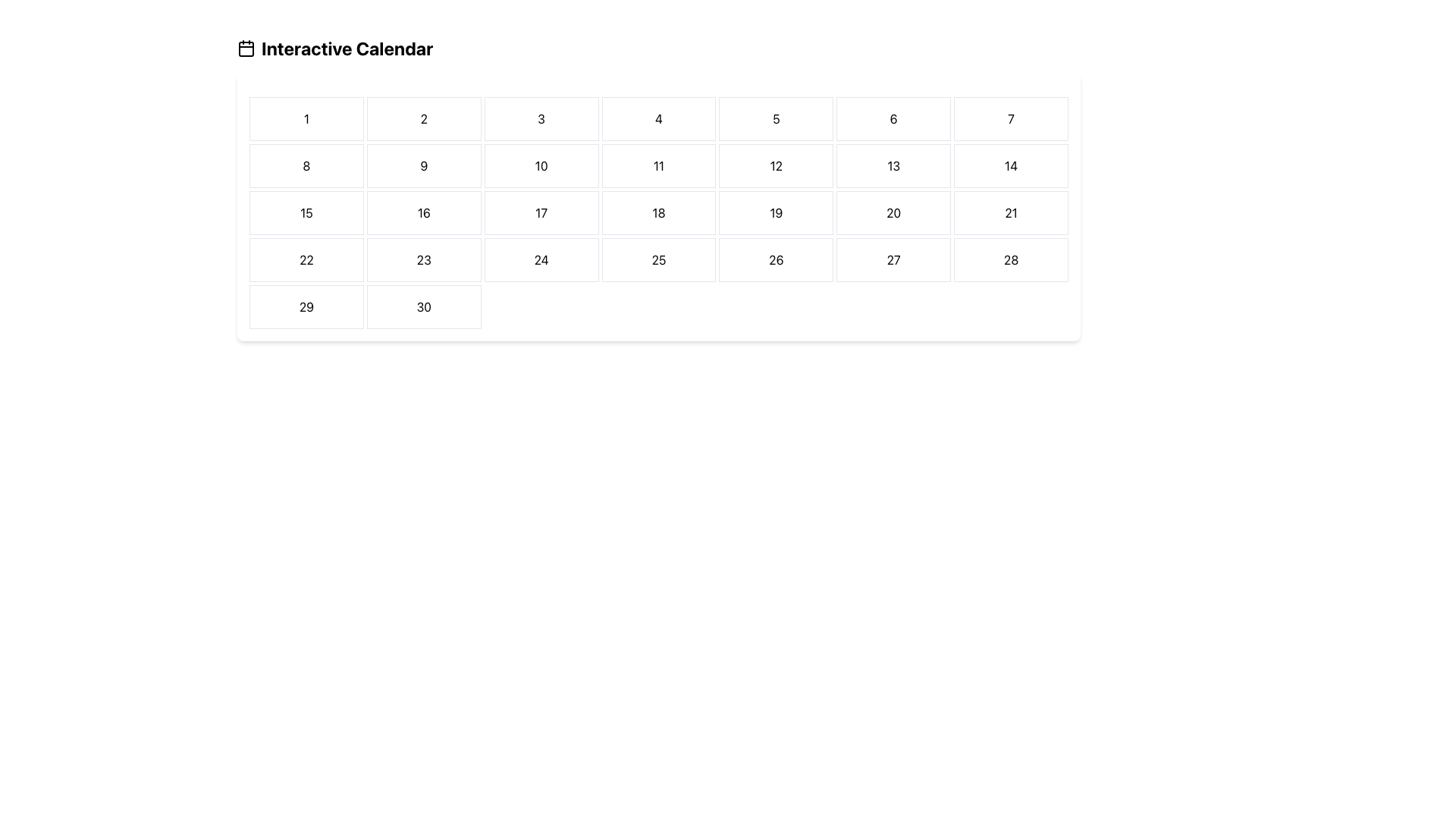  What do you see at coordinates (658, 118) in the screenshot?
I see `the selectable day button for day 4 in the calendar interface, located in the first row and fourth column of a seven-column grid` at bounding box center [658, 118].